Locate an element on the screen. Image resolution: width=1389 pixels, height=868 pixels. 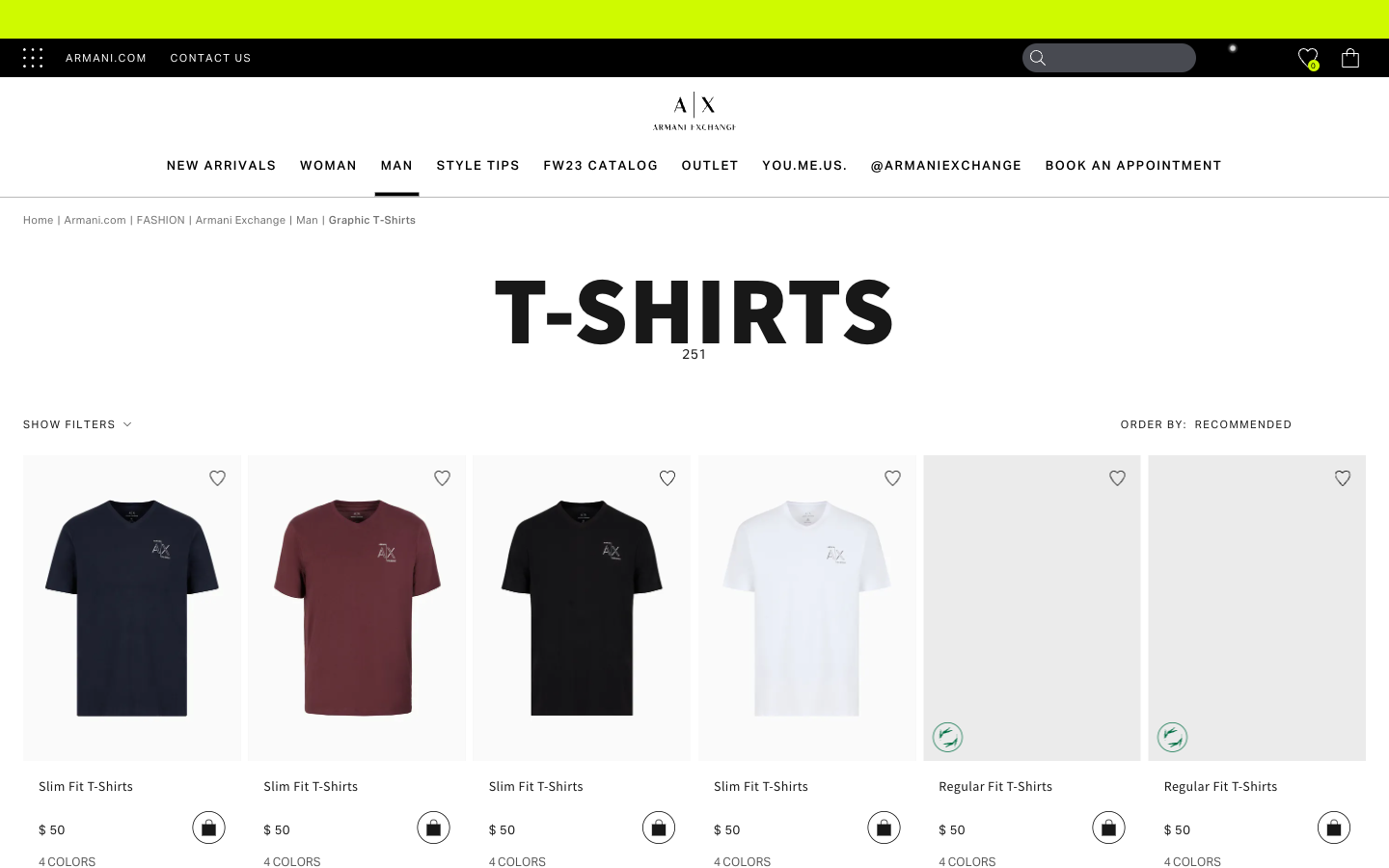
the graphic T-shirts section on the website is located at coordinates (371, 218).